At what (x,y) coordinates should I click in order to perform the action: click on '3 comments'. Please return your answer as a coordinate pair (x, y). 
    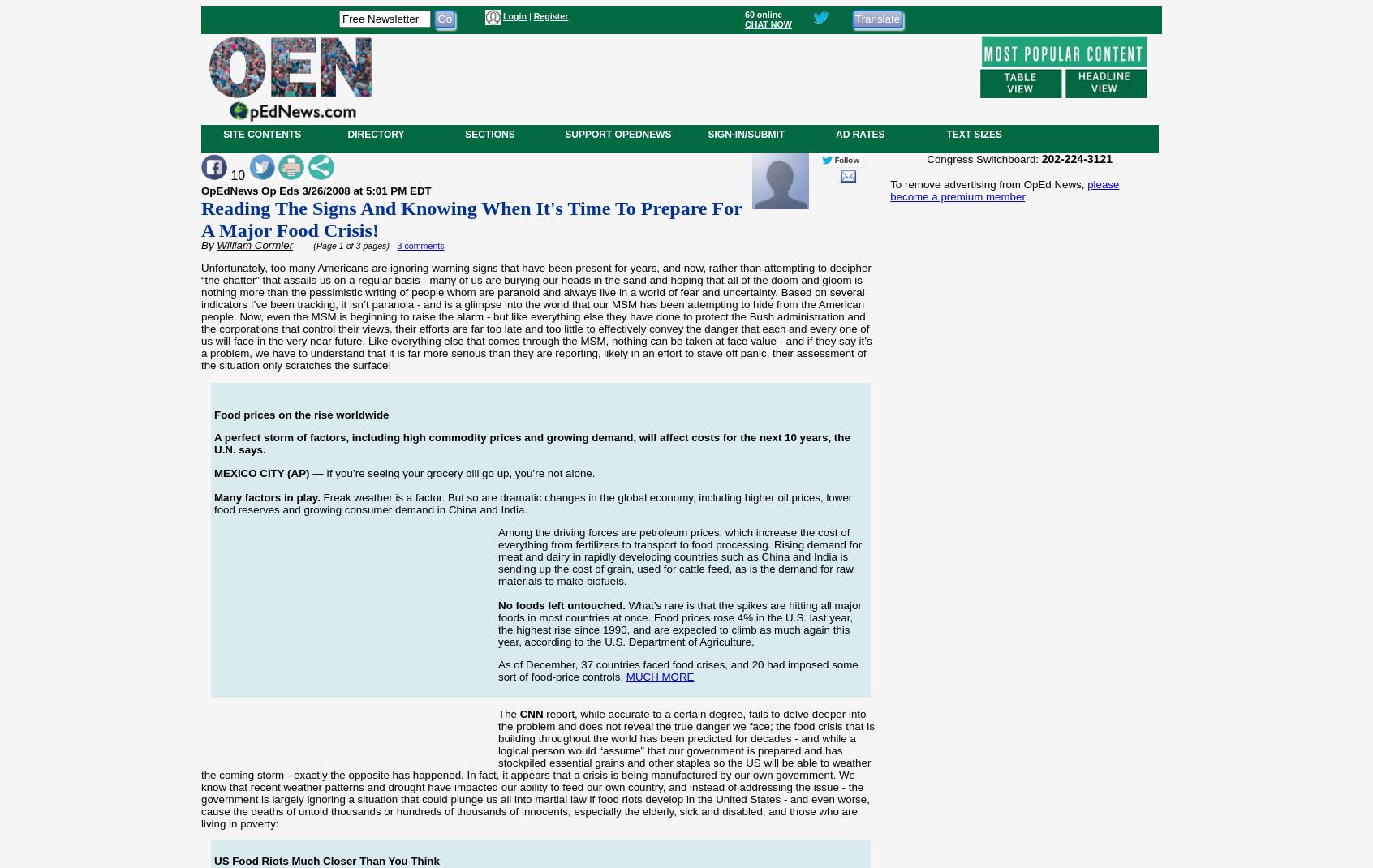
    Looking at the image, I should click on (420, 244).